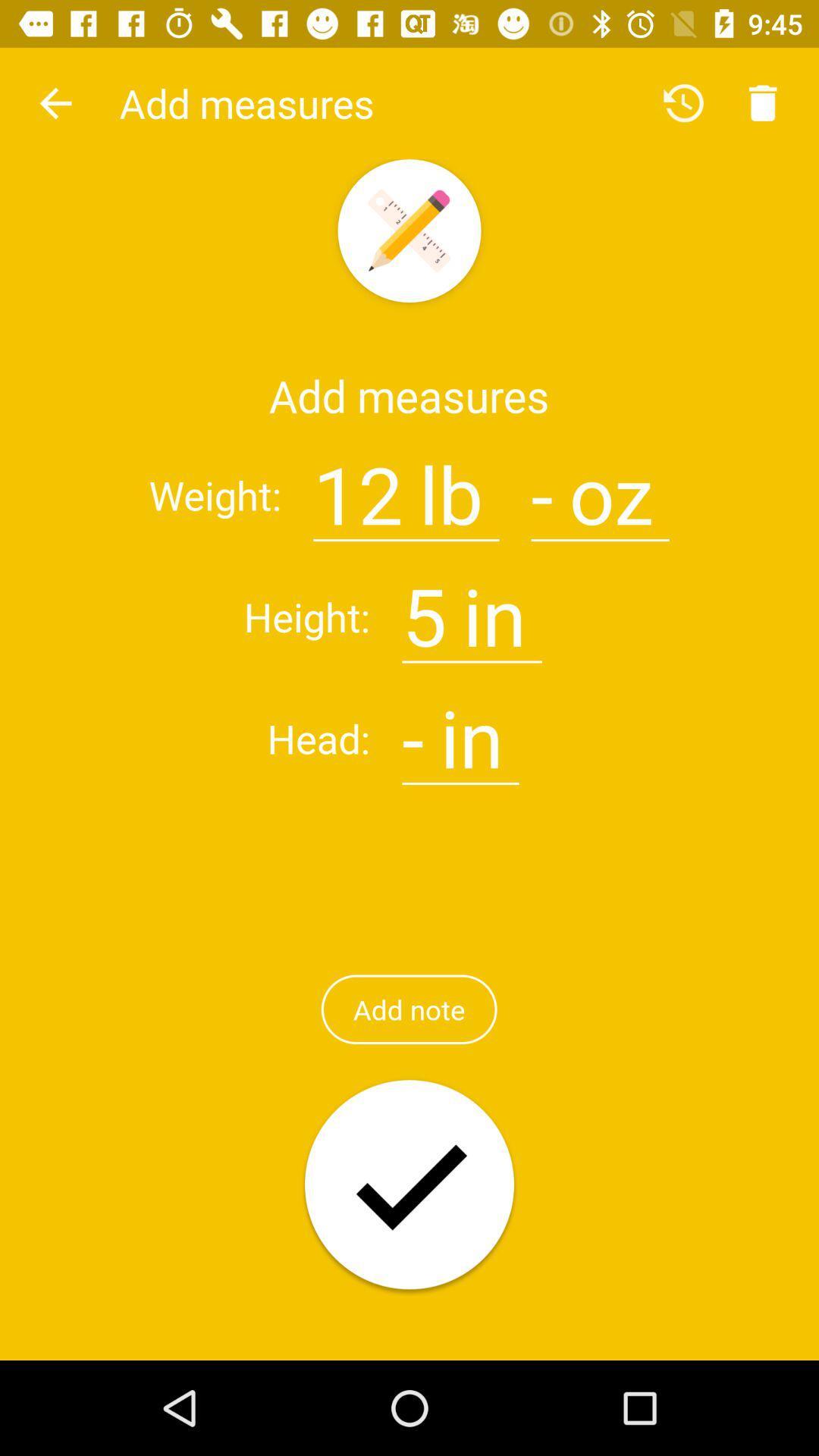 Image resolution: width=819 pixels, height=1456 pixels. Describe the element at coordinates (424, 607) in the screenshot. I see `the icon next to in icon` at that location.